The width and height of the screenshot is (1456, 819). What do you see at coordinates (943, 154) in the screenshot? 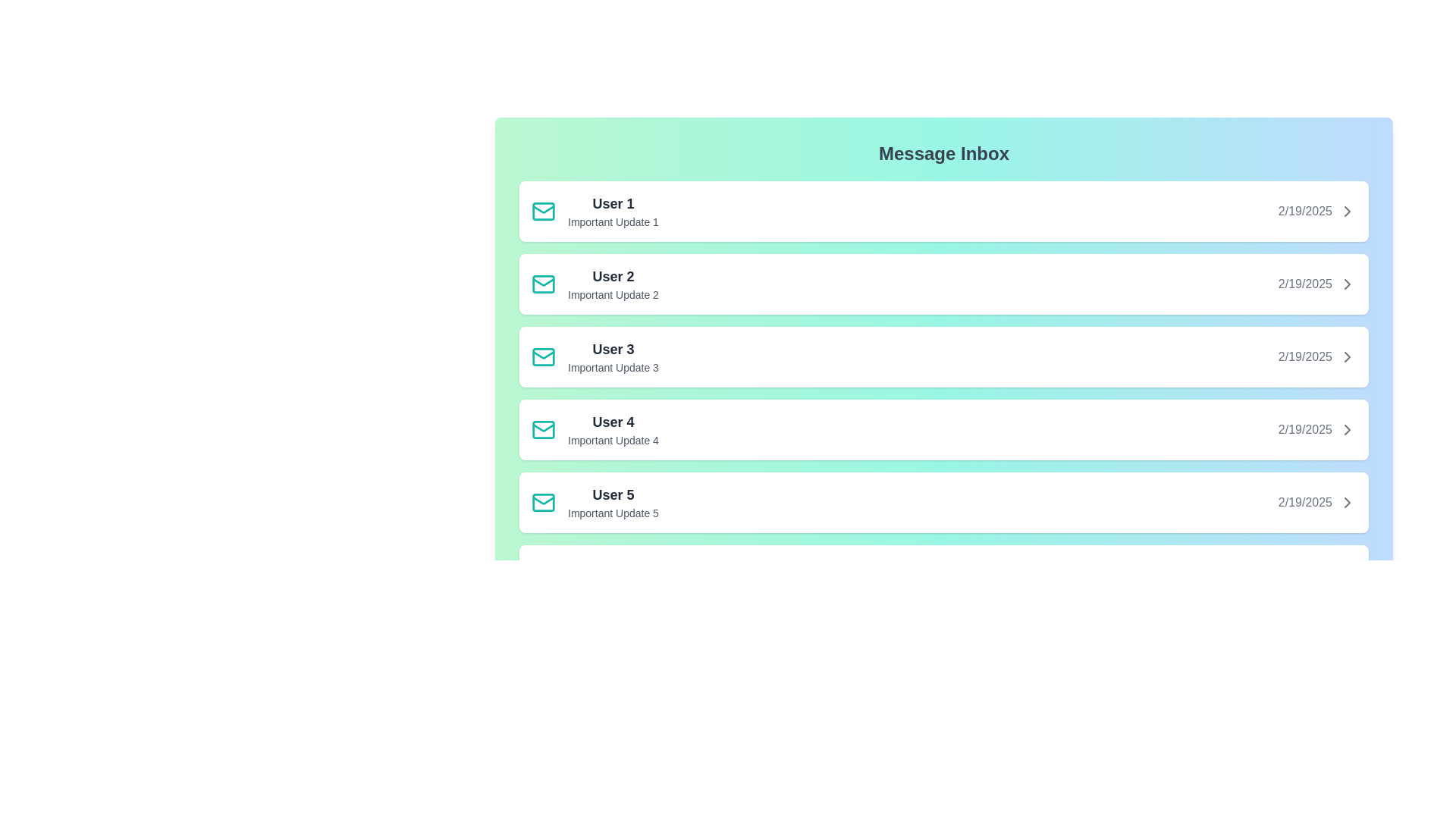
I see `the 'Message Inbox' heading` at bounding box center [943, 154].